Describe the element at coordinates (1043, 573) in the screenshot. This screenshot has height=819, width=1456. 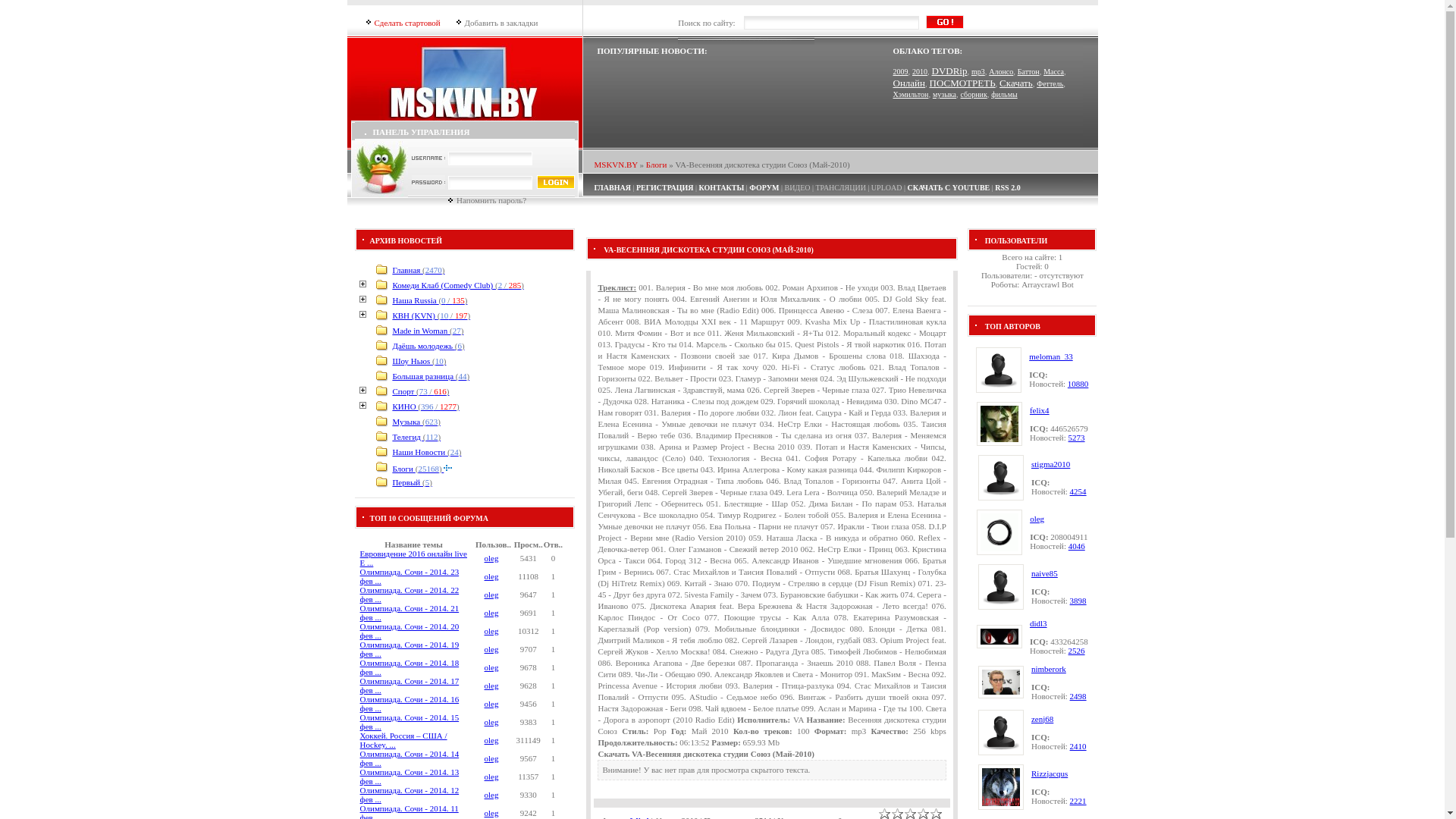
I see `'naive85'` at that location.